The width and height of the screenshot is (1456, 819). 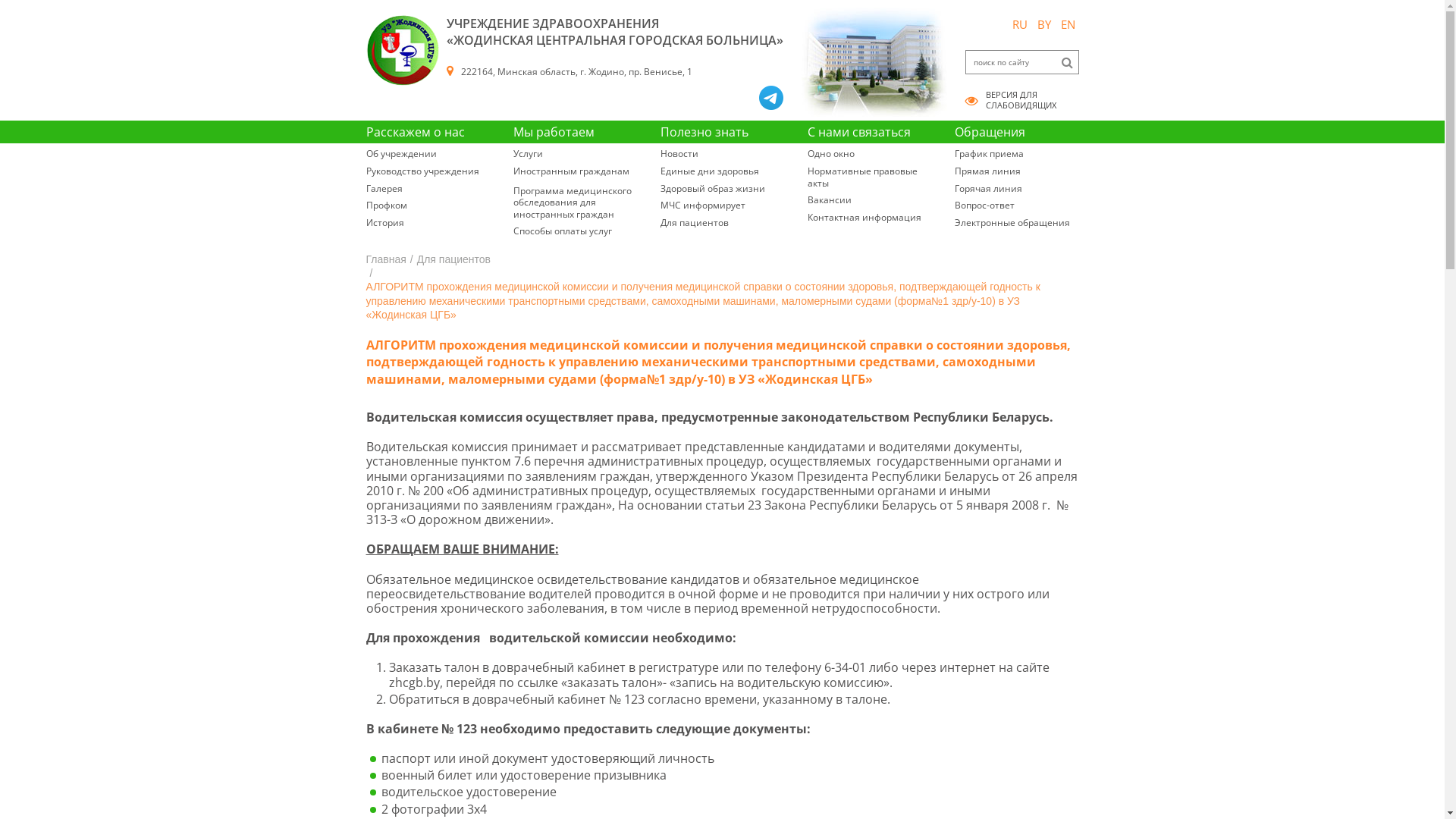 I want to click on 'BY', so click(x=1043, y=24).